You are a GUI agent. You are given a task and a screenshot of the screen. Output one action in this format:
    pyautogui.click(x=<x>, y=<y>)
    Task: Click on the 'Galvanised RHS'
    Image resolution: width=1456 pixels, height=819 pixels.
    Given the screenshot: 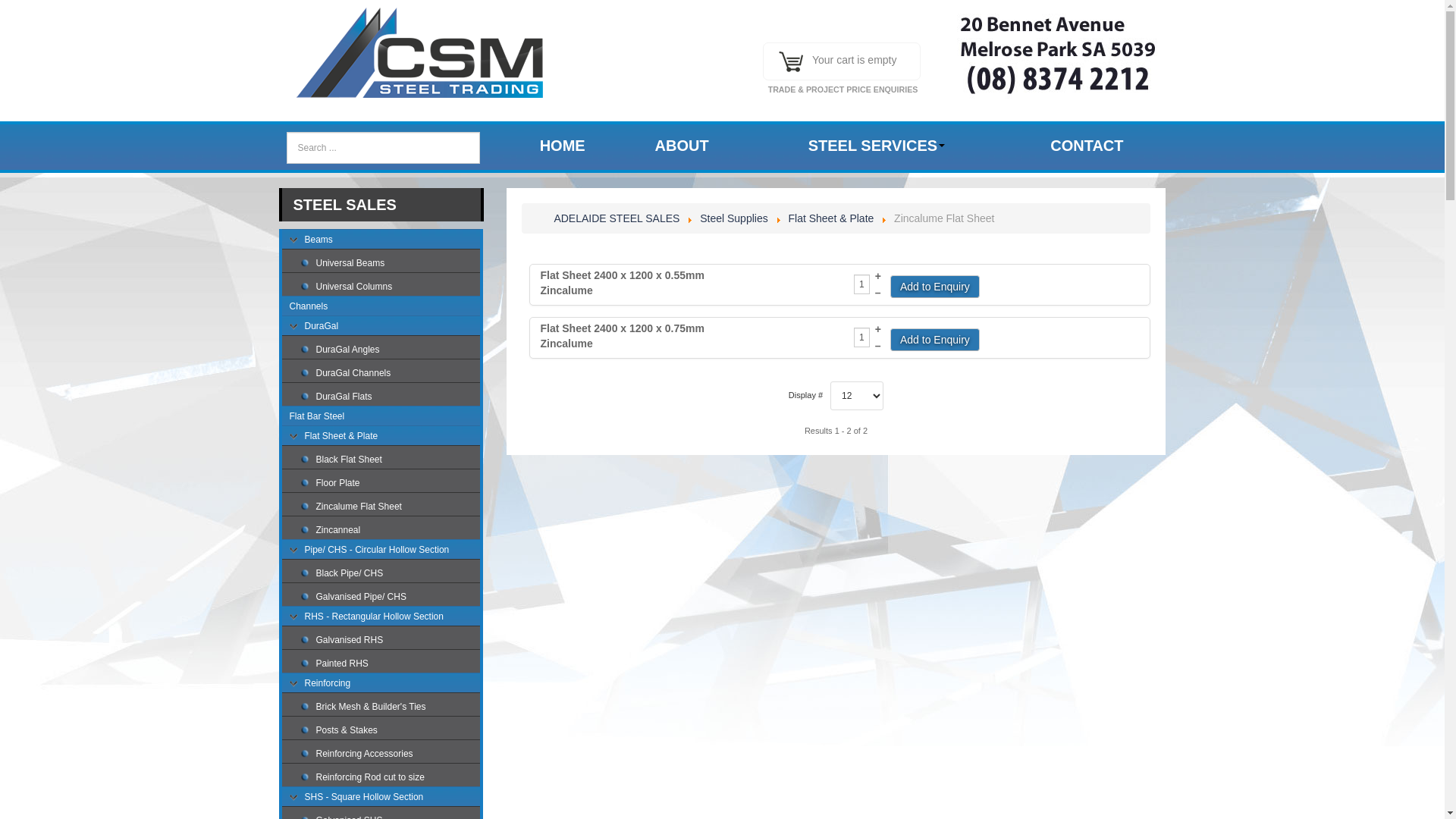 What is the action you would take?
    pyautogui.click(x=390, y=641)
    